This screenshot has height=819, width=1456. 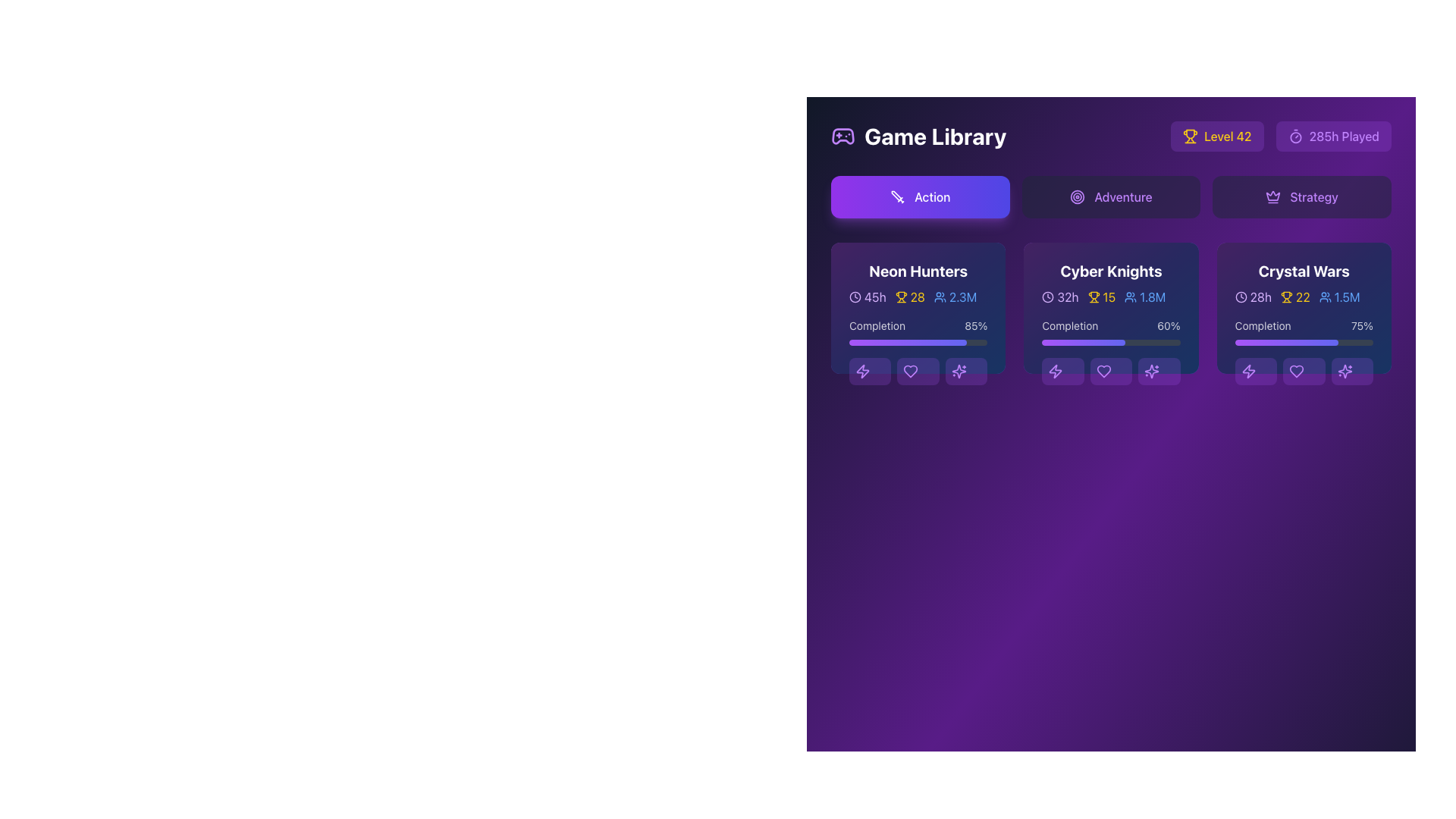 I want to click on the trophy icon representing 'Level 42' located in the top-right corner interface cluster, so click(x=1190, y=133).